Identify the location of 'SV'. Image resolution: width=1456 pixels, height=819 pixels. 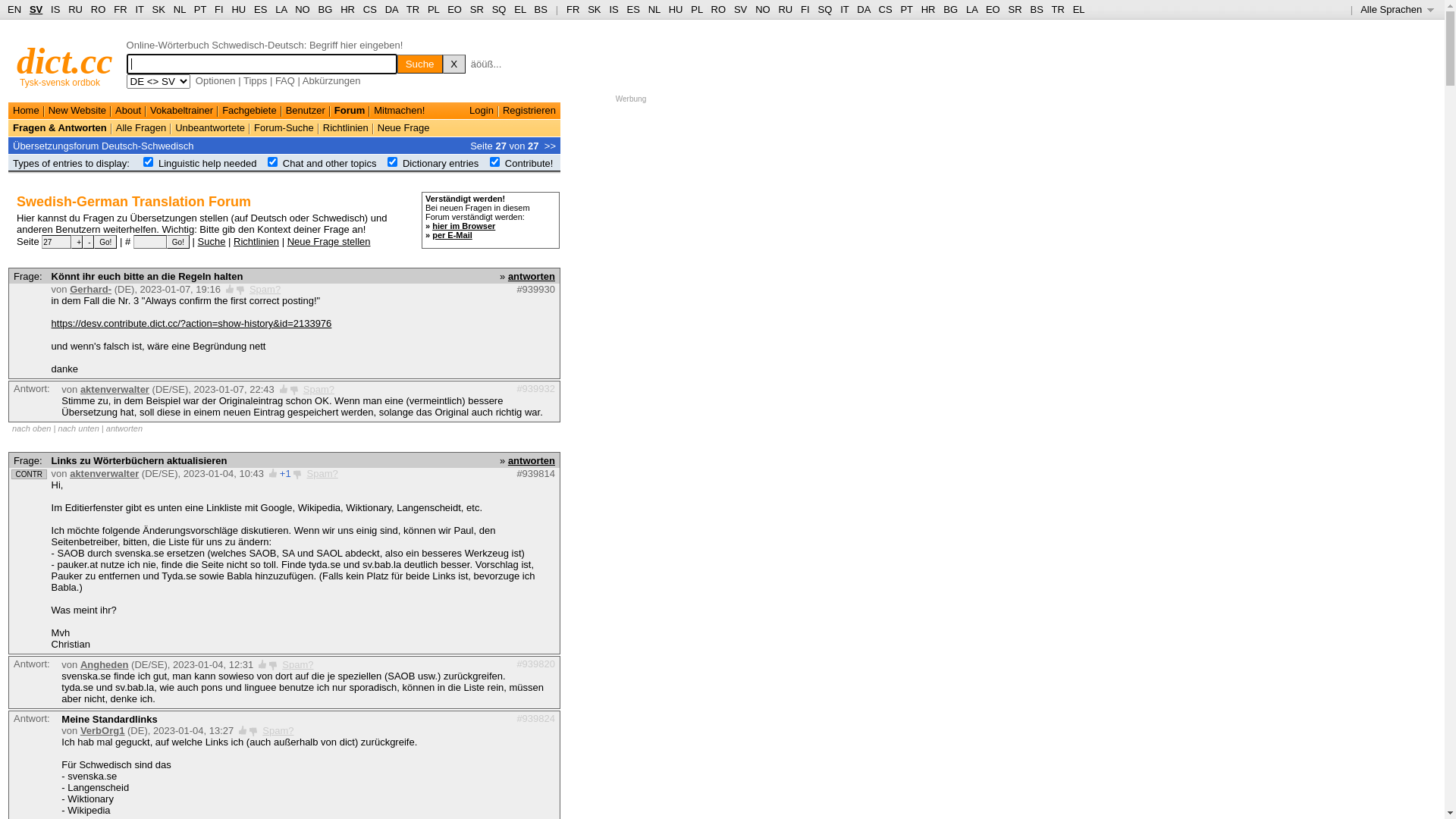
(36, 9).